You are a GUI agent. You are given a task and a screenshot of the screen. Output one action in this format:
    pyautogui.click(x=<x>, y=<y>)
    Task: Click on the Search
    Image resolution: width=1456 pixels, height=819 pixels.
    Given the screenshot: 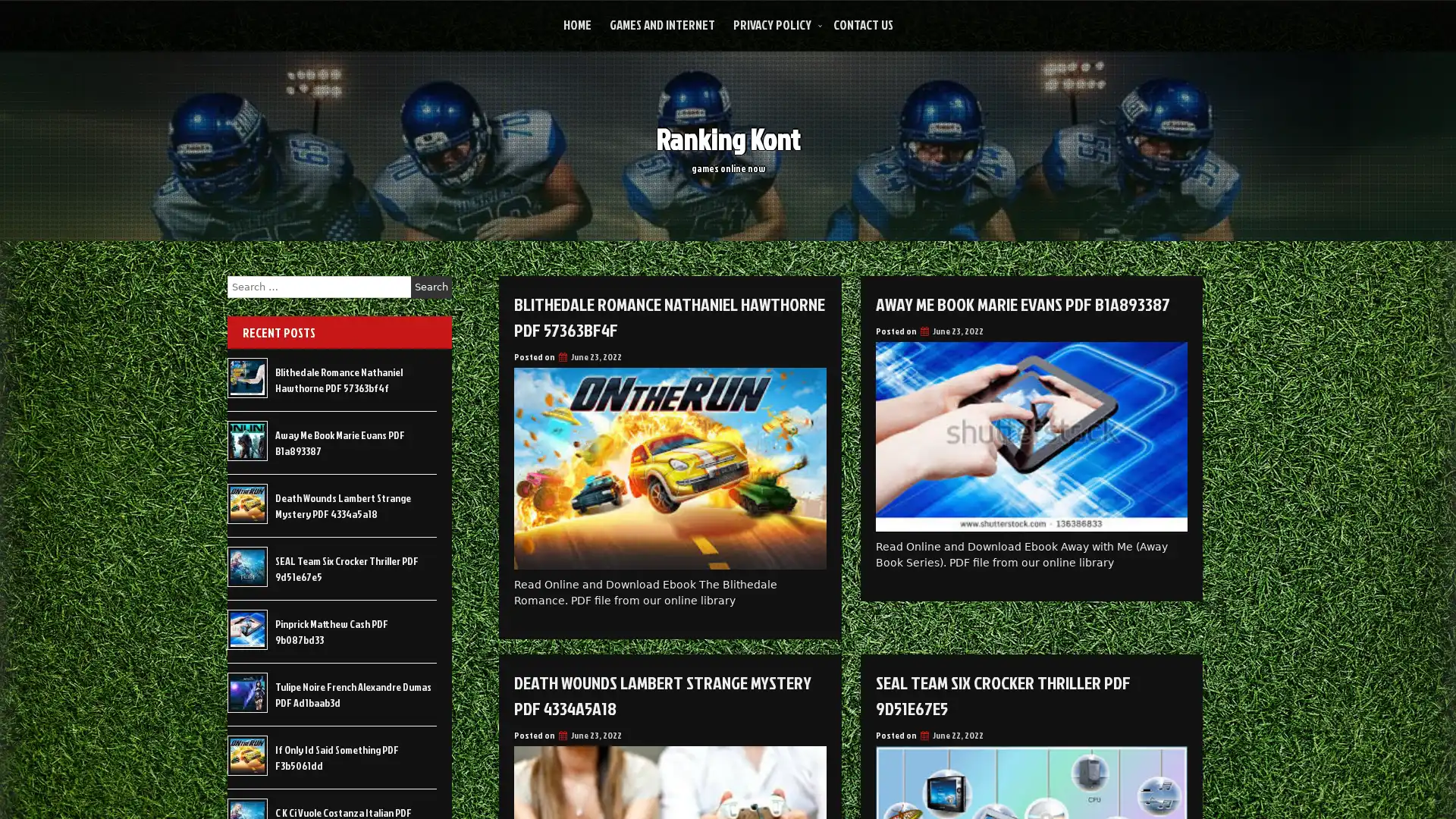 What is the action you would take?
    pyautogui.click(x=431, y=287)
    